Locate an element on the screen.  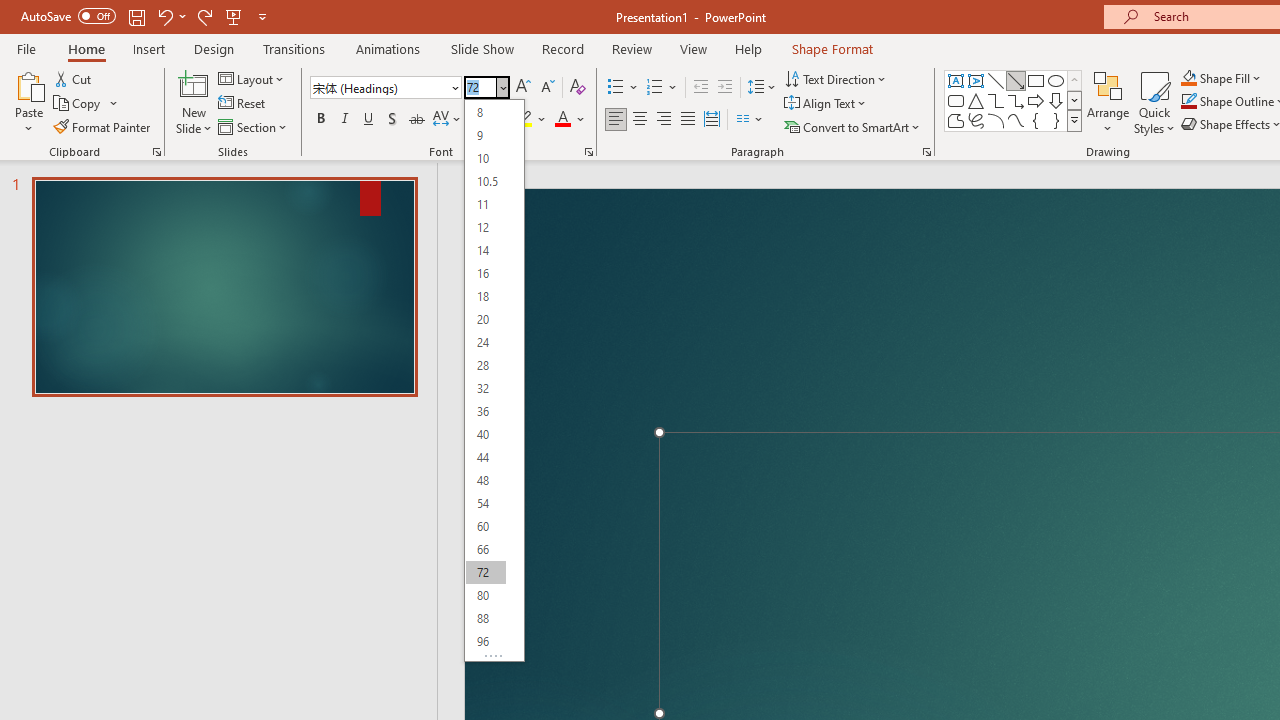
'32' is located at coordinates (485, 388).